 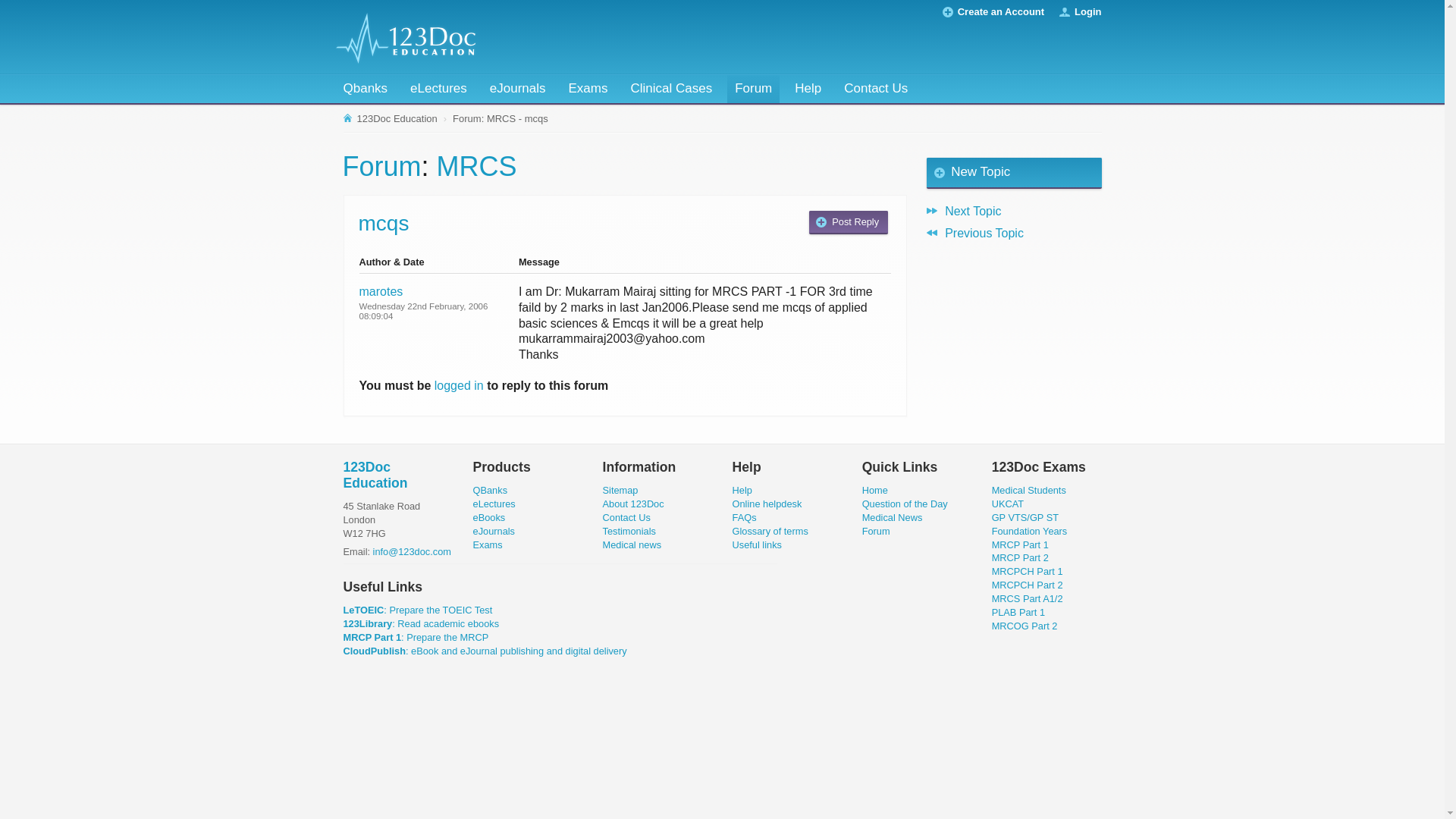 I want to click on 'PLAB Part 1', so click(x=1018, y=611).